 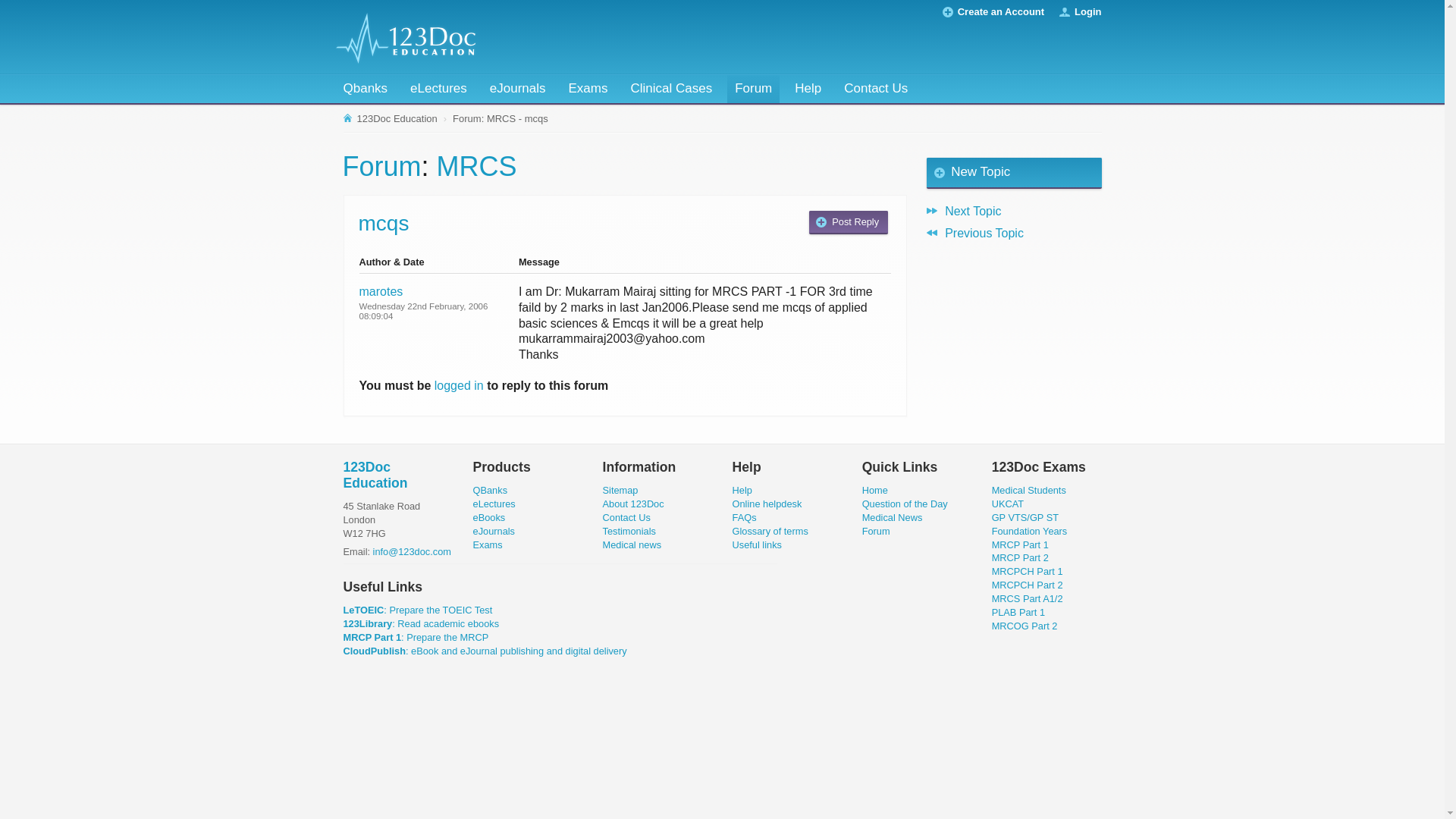 I want to click on 'PLAB Part 1', so click(x=1018, y=611).